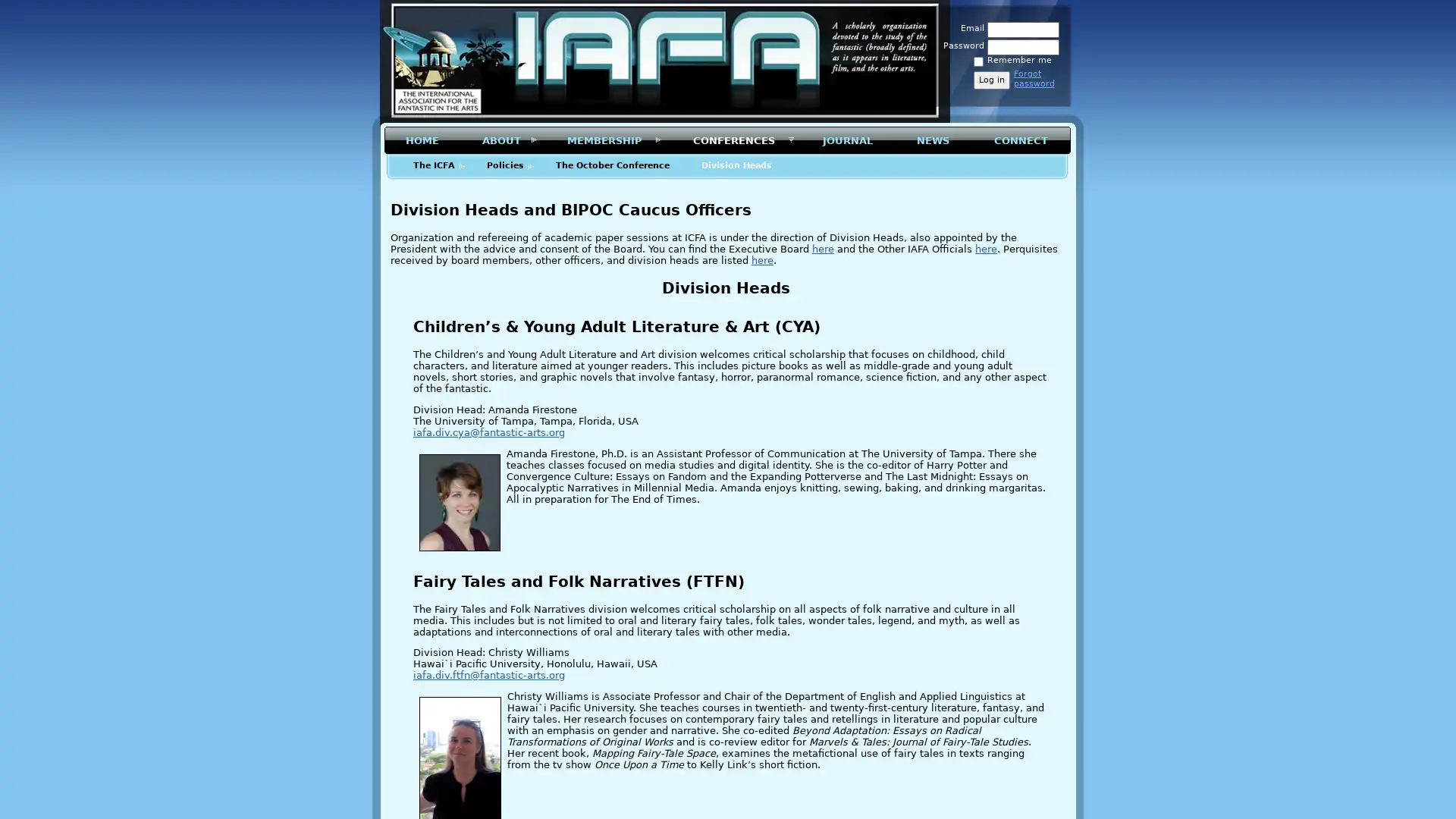 The height and width of the screenshot is (819, 1456). Describe the element at coordinates (991, 80) in the screenshot. I see `Log in` at that location.